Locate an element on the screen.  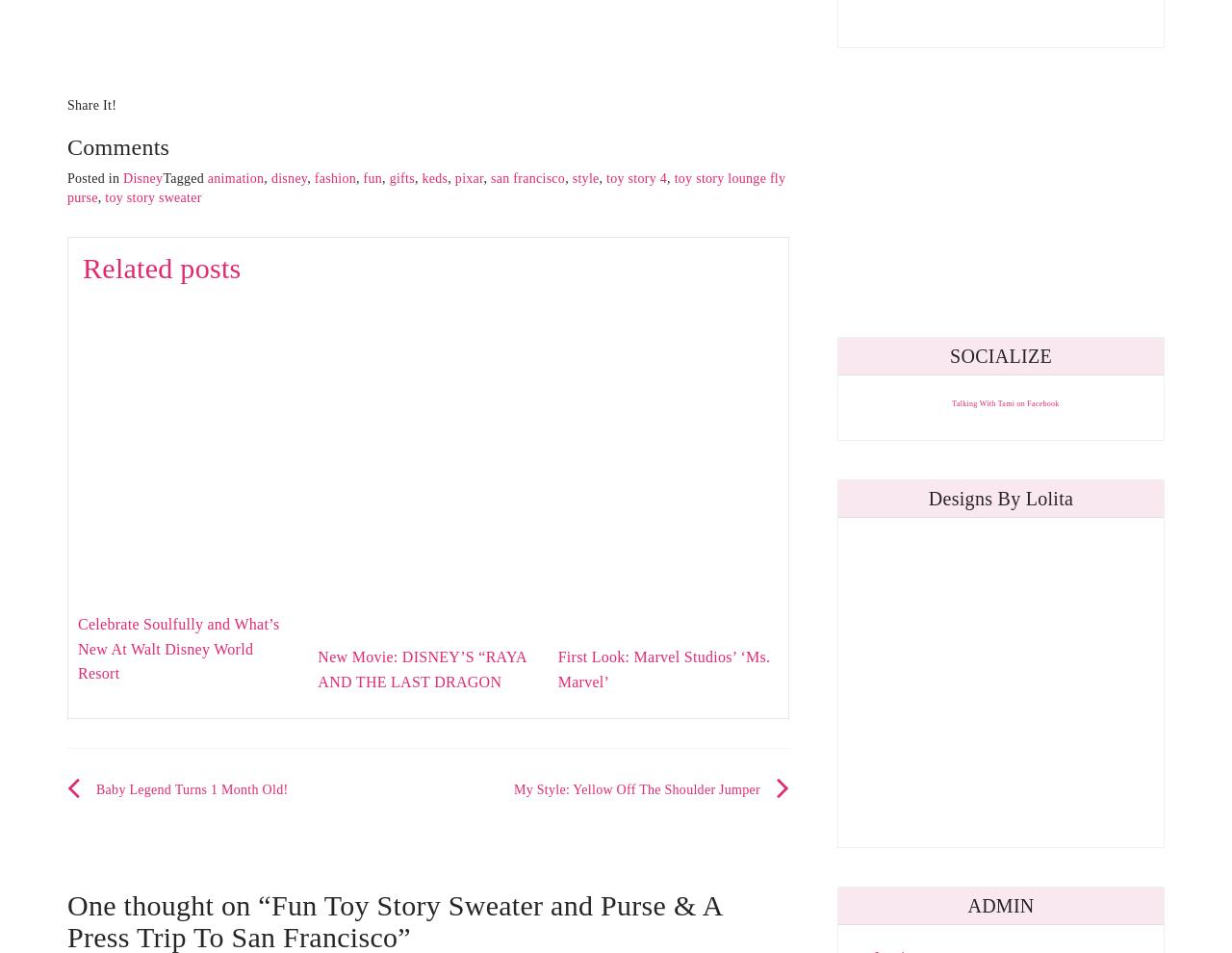
'One thought on “' is located at coordinates (168, 903).